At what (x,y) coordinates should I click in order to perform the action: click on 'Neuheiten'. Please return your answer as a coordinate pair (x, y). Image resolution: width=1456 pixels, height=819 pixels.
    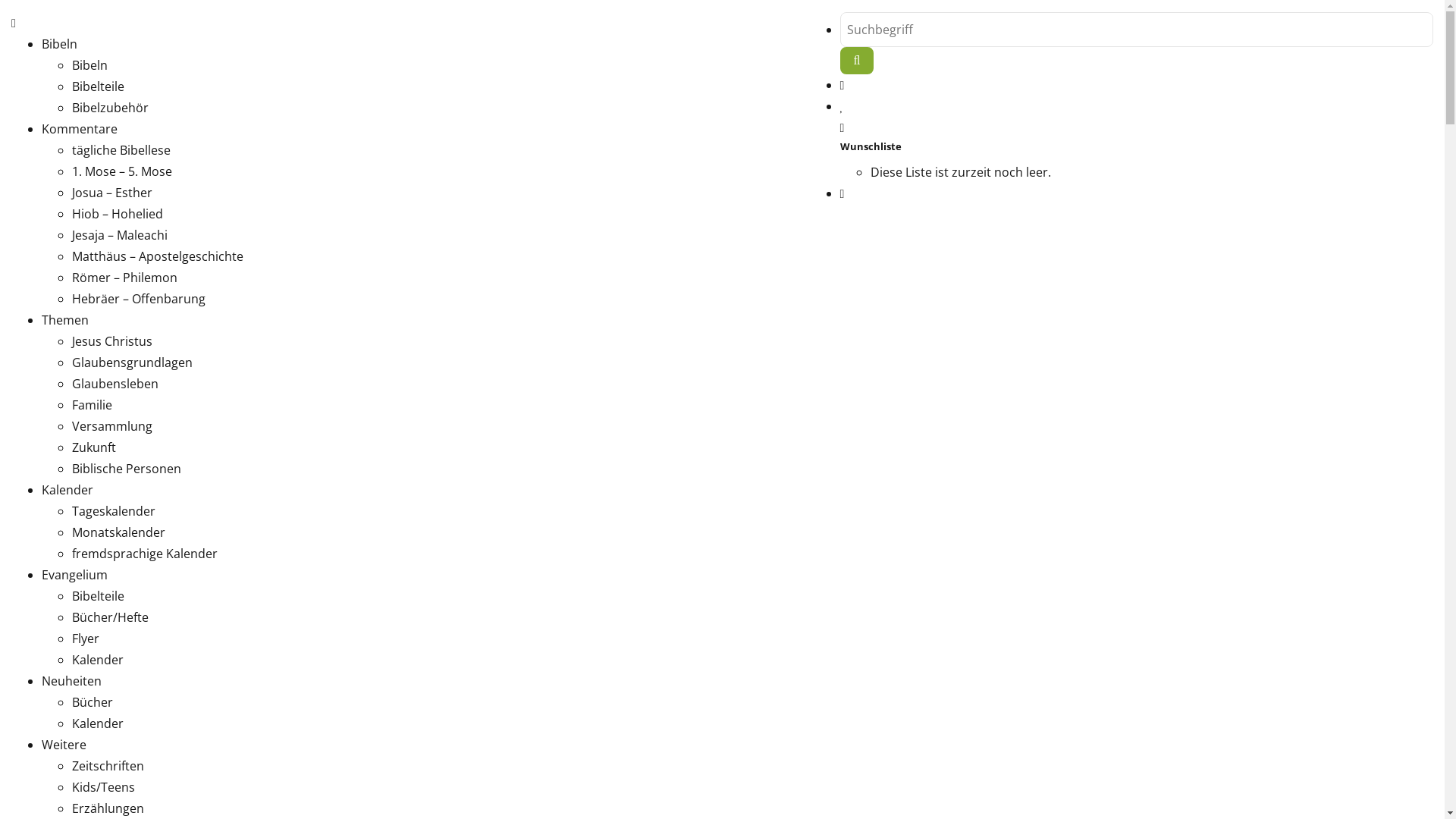
    Looking at the image, I should click on (41, 680).